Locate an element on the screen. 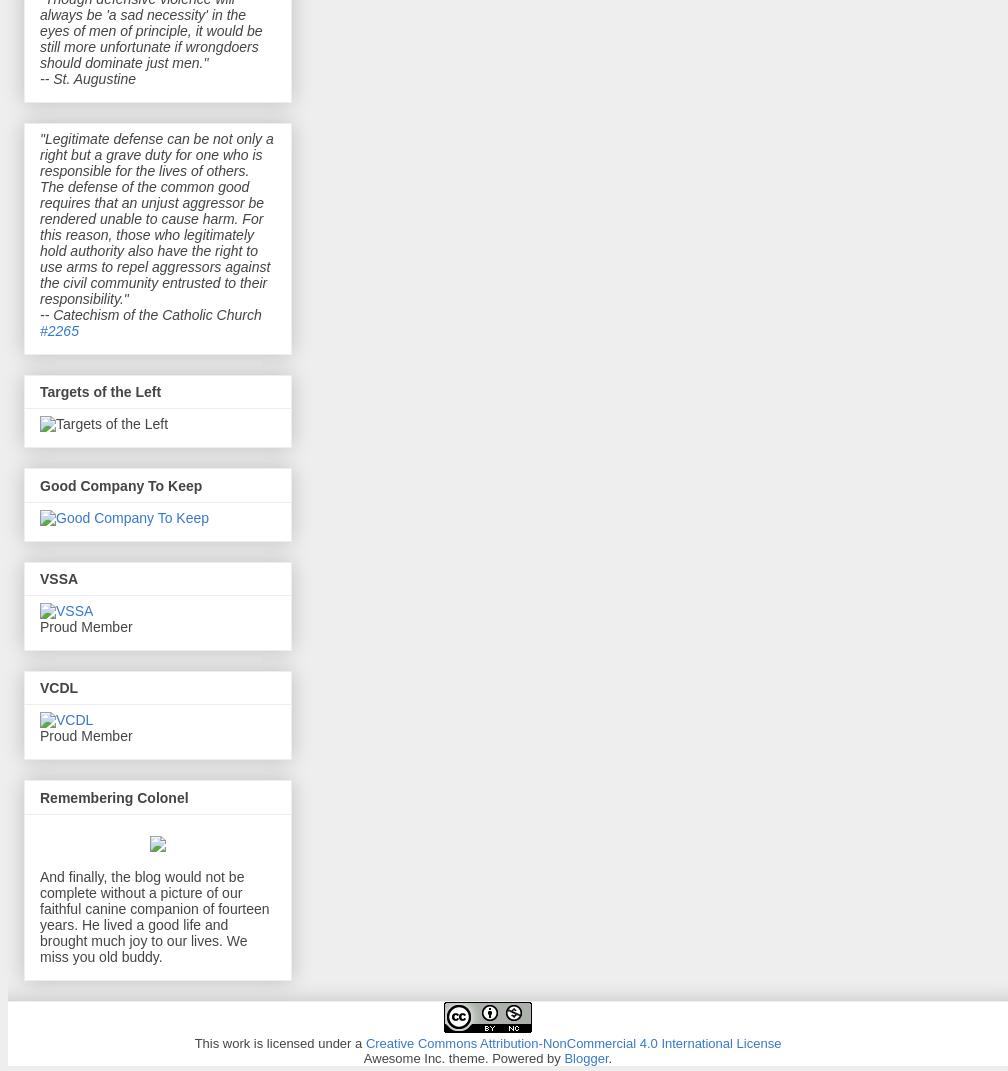 This screenshot has width=1008, height=1071. 'And finally, the blog would not be complete without a picture of our faithful canine companion of fourteen years. He lived a good life and brought much joy to our lives. We miss you old buddy.' is located at coordinates (40, 916).